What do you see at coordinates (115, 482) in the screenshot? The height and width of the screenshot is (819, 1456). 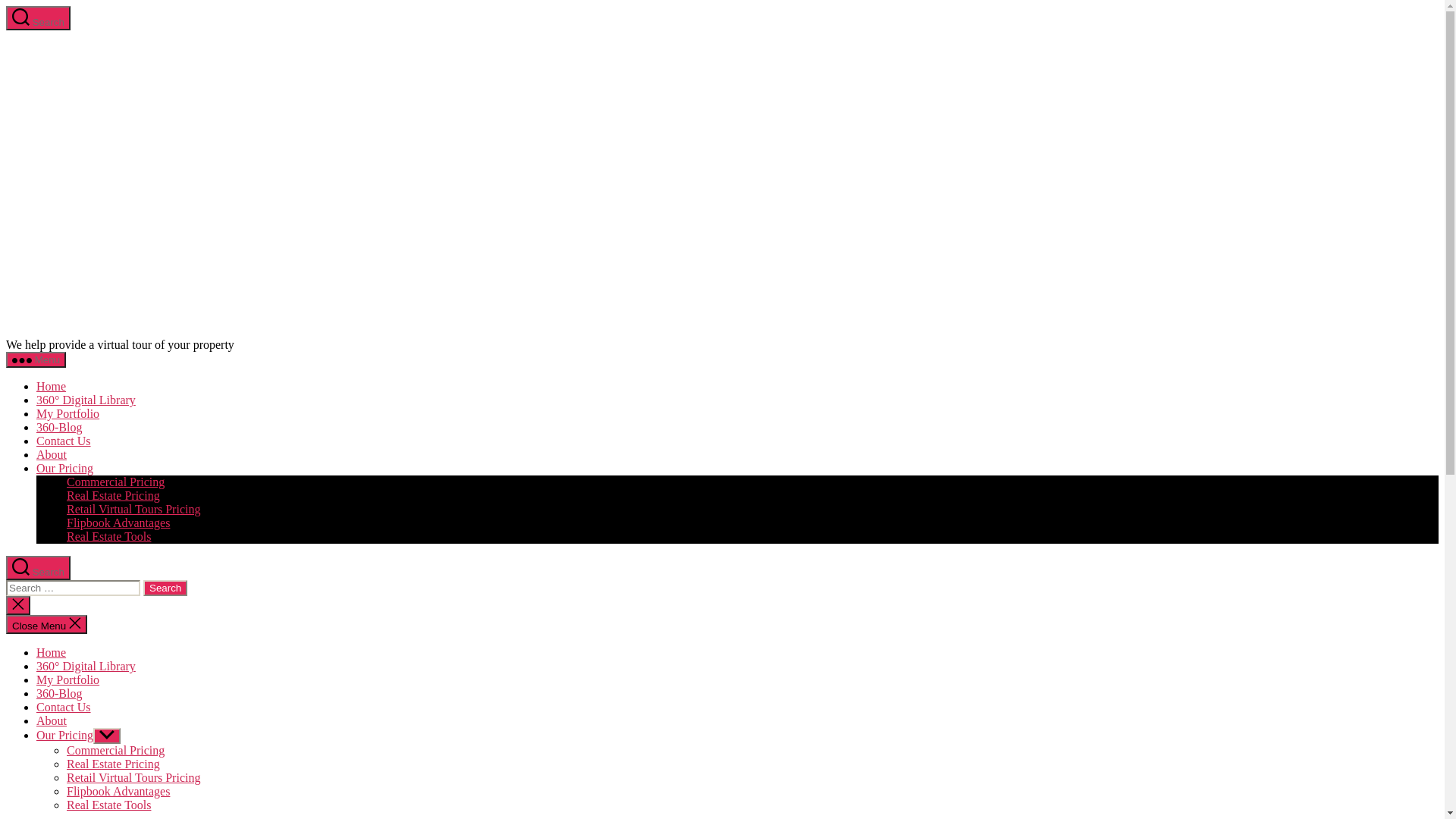 I see `'Commercial Pricing'` at bounding box center [115, 482].